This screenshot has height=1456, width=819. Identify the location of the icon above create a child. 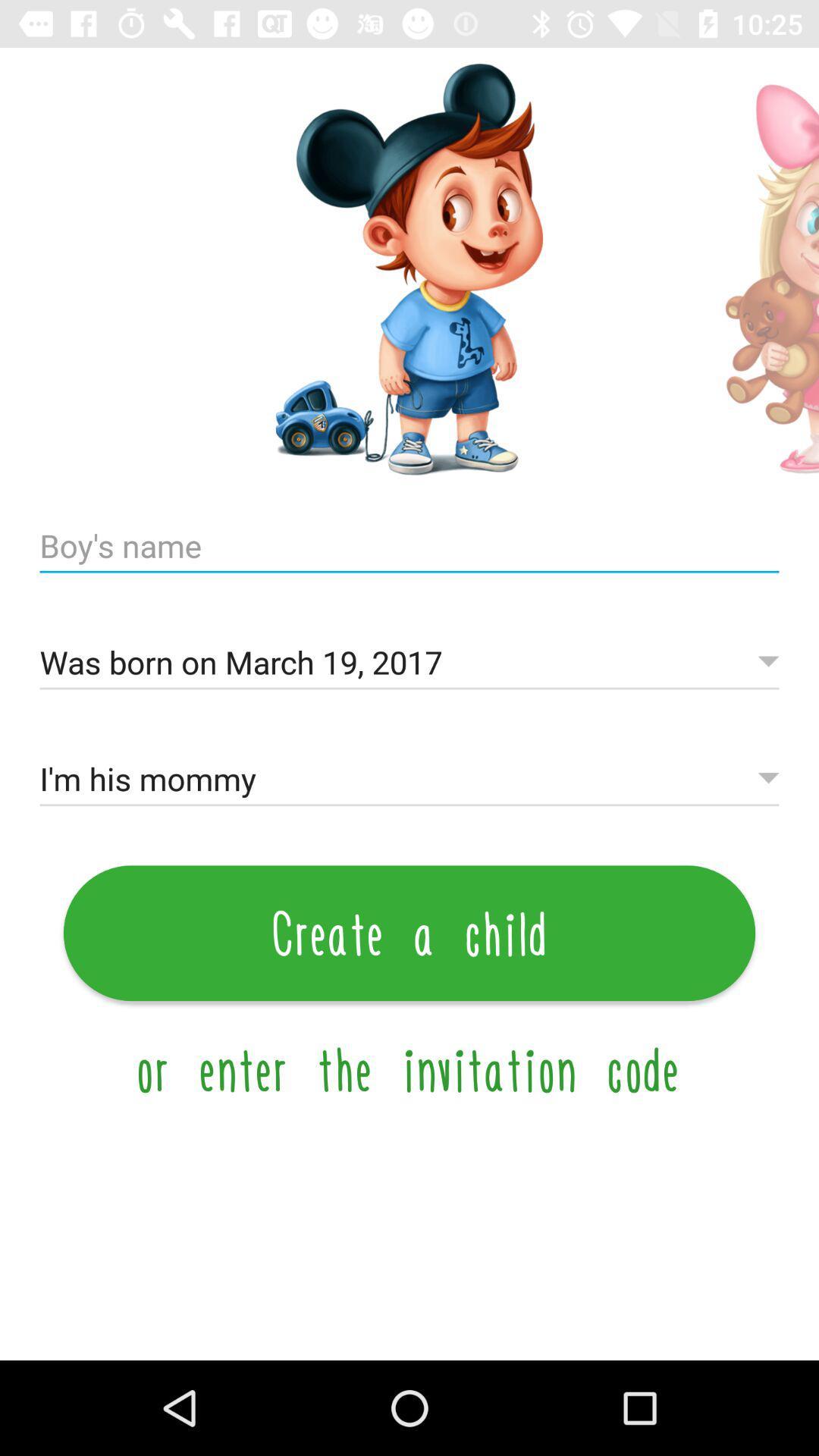
(409, 779).